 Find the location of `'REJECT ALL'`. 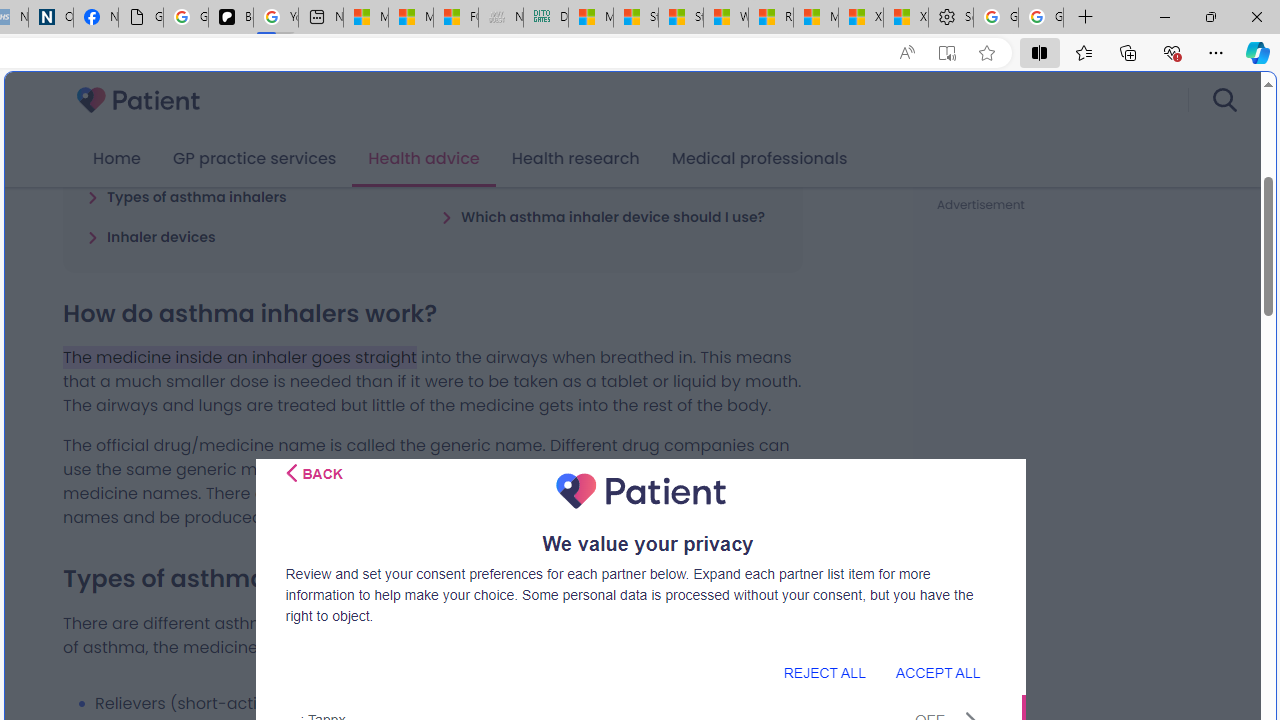

'REJECT ALL' is located at coordinates (824, 672).